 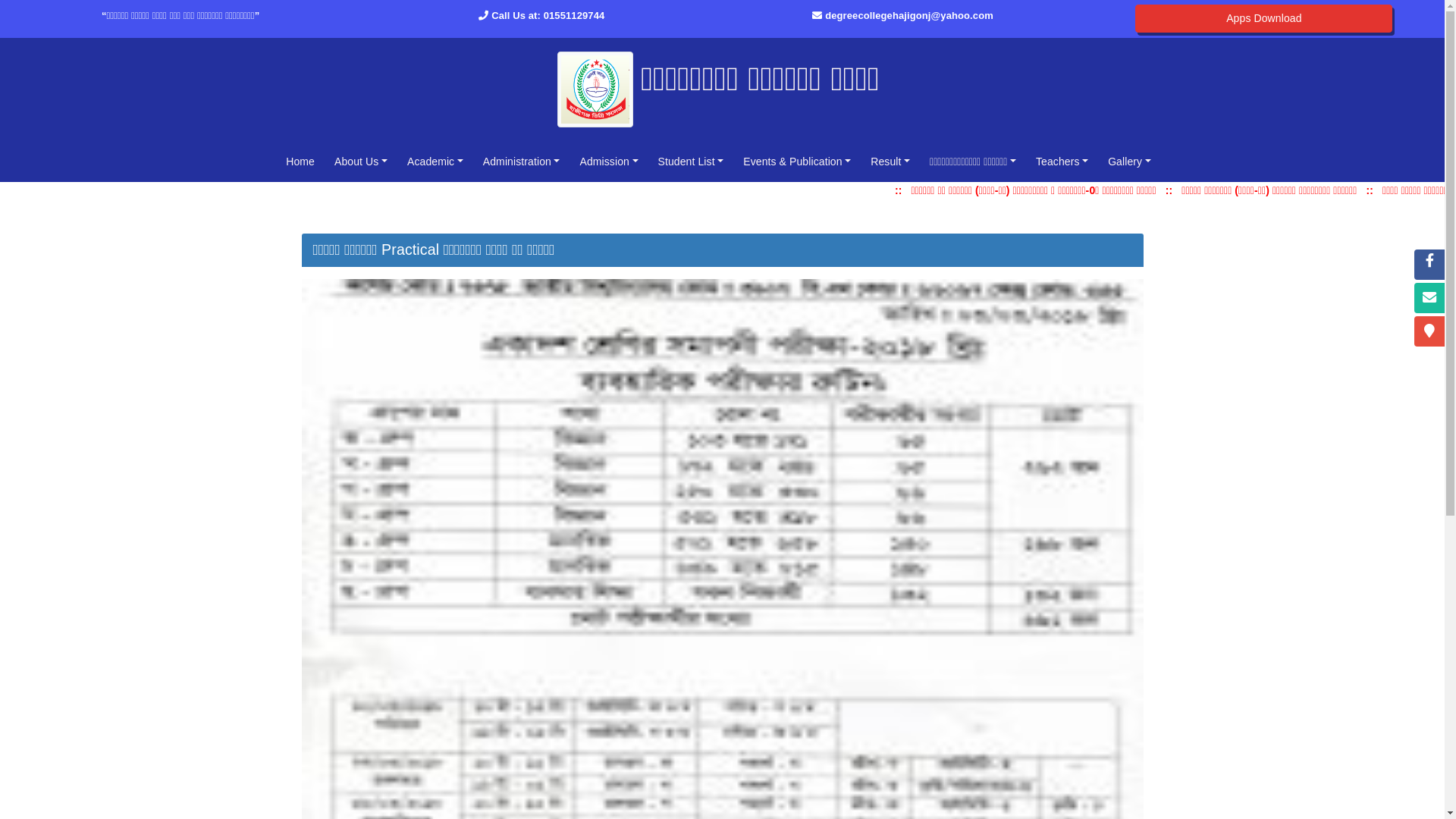 What do you see at coordinates (435, 161) in the screenshot?
I see `'Academic'` at bounding box center [435, 161].